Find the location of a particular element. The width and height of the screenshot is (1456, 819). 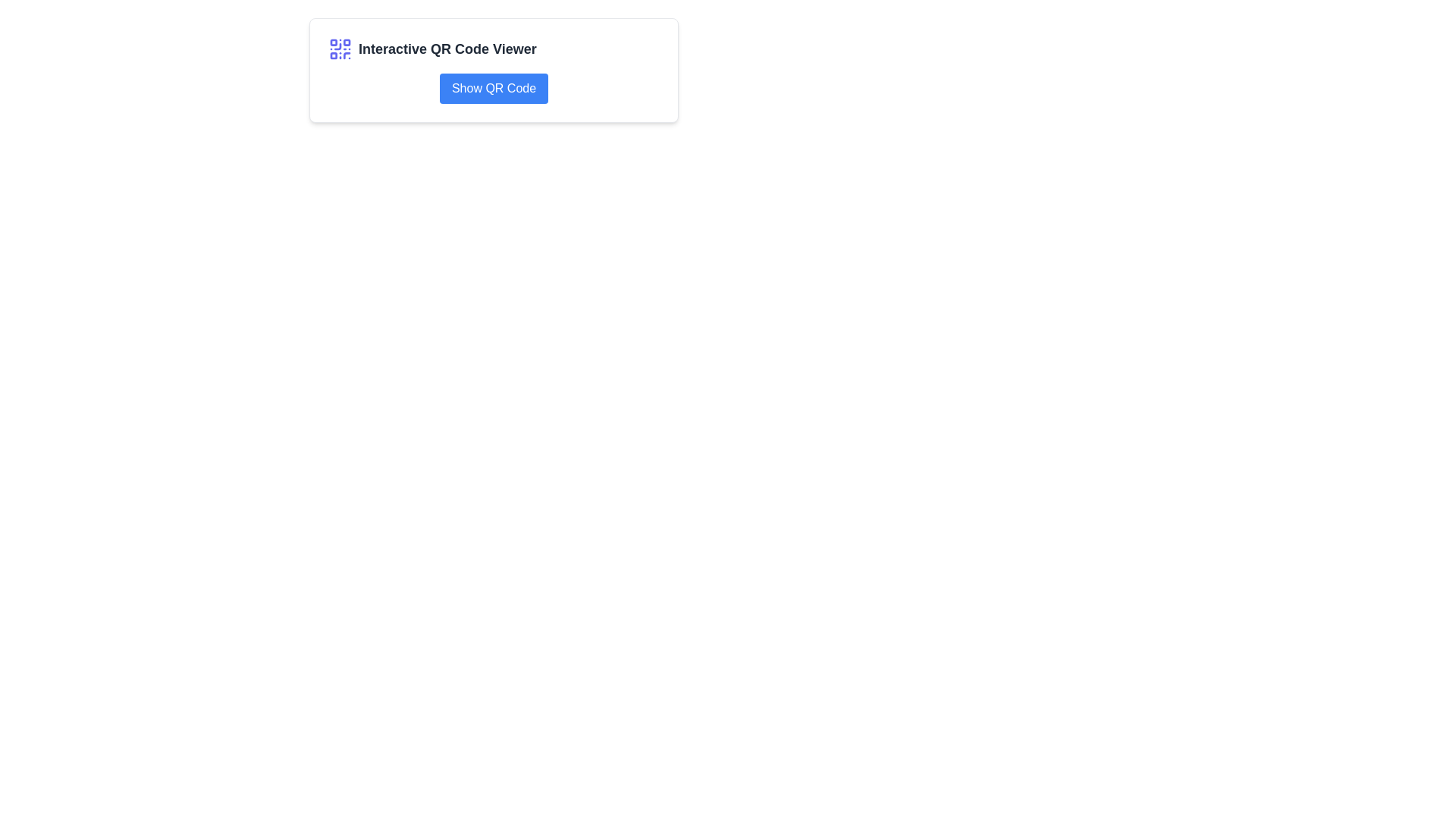

the QR code icon located to the left of the 'Interactive QR Code Viewer' text by clicking on it is located at coordinates (340, 49).